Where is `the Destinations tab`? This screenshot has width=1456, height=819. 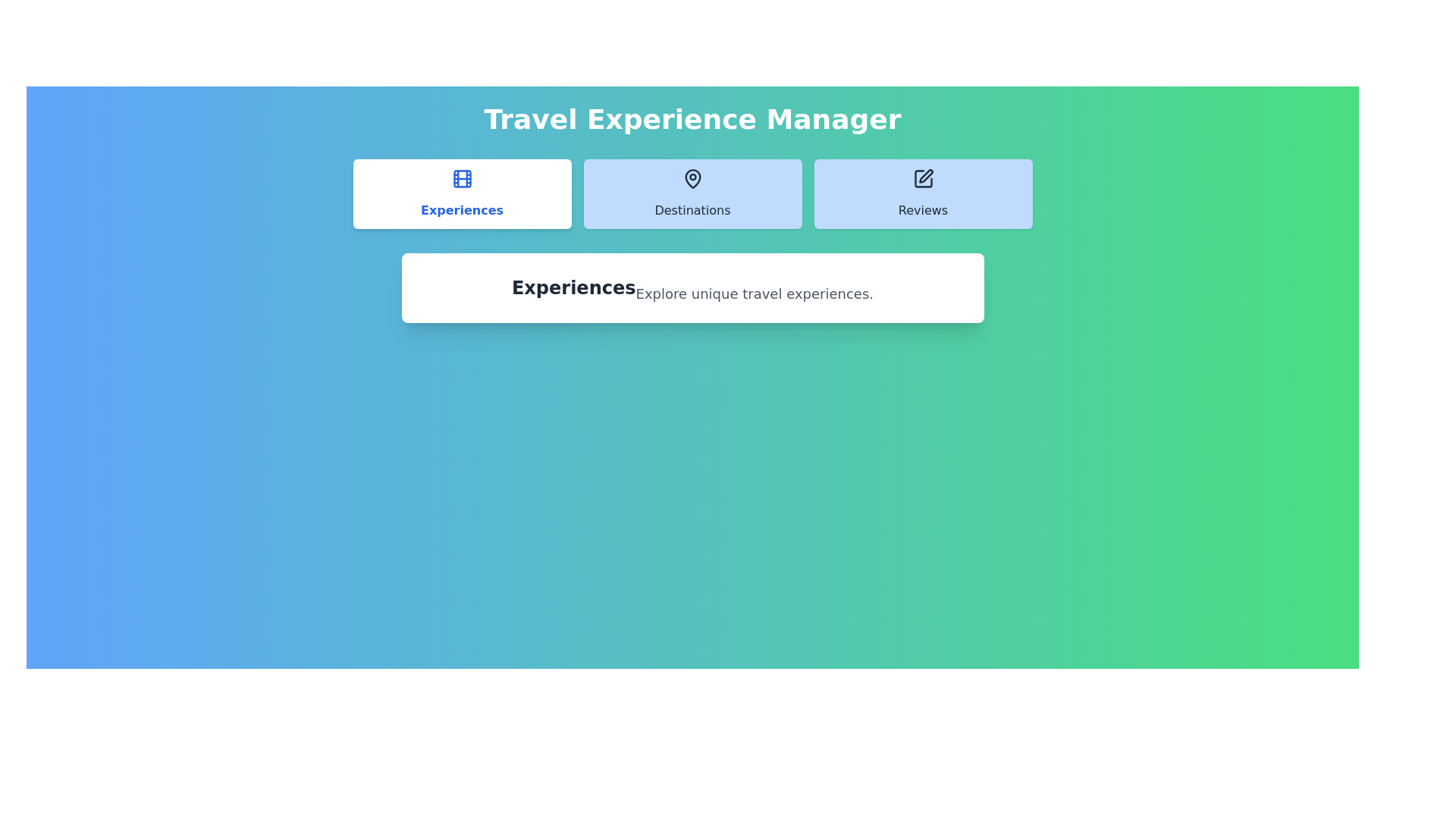
the Destinations tab is located at coordinates (692, 193).